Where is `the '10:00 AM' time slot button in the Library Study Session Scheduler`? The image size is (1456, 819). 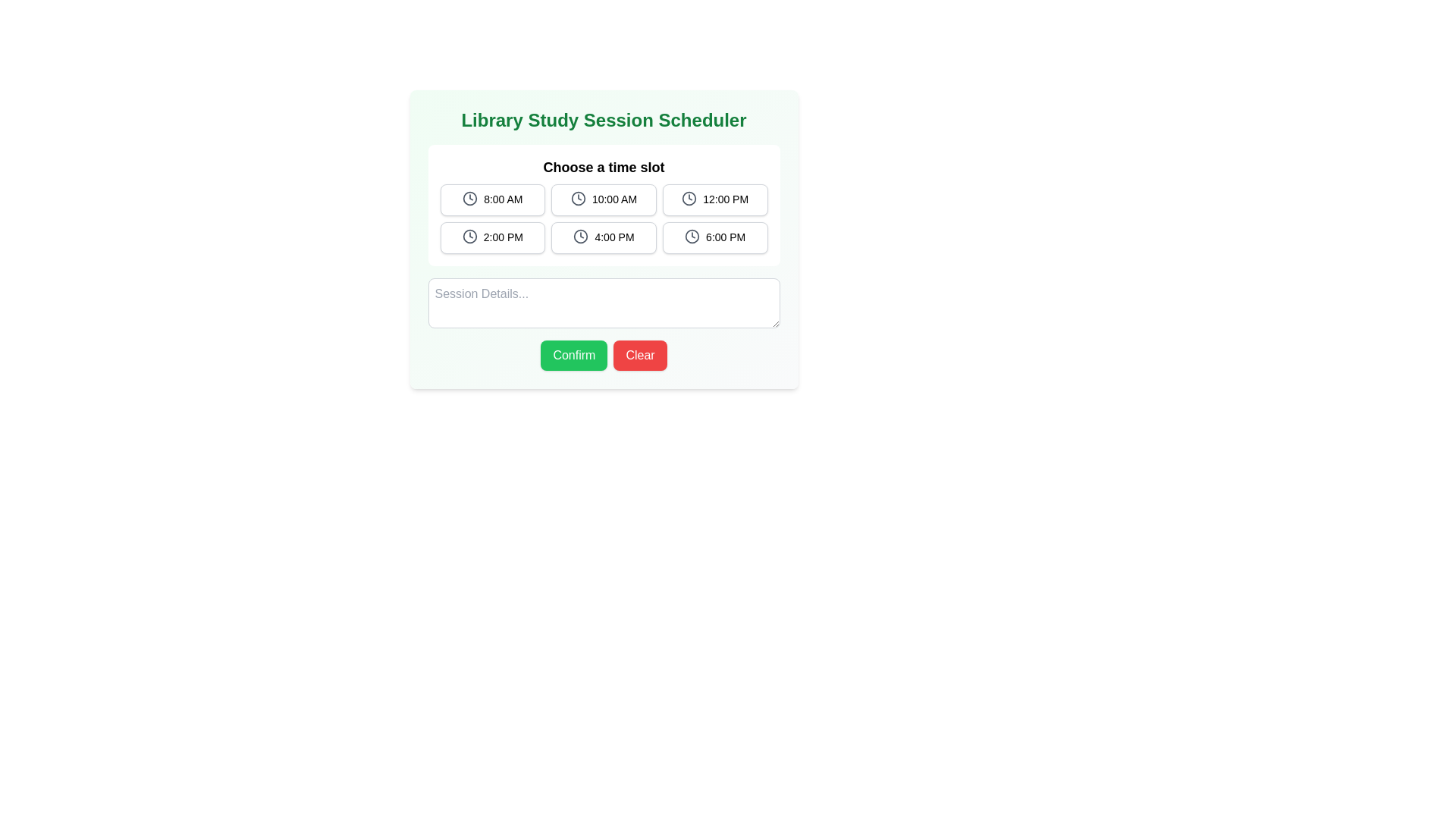
the '10:00 AM' time slot button in the Library Study Session Scheduler is located at coordinates (603, 199).